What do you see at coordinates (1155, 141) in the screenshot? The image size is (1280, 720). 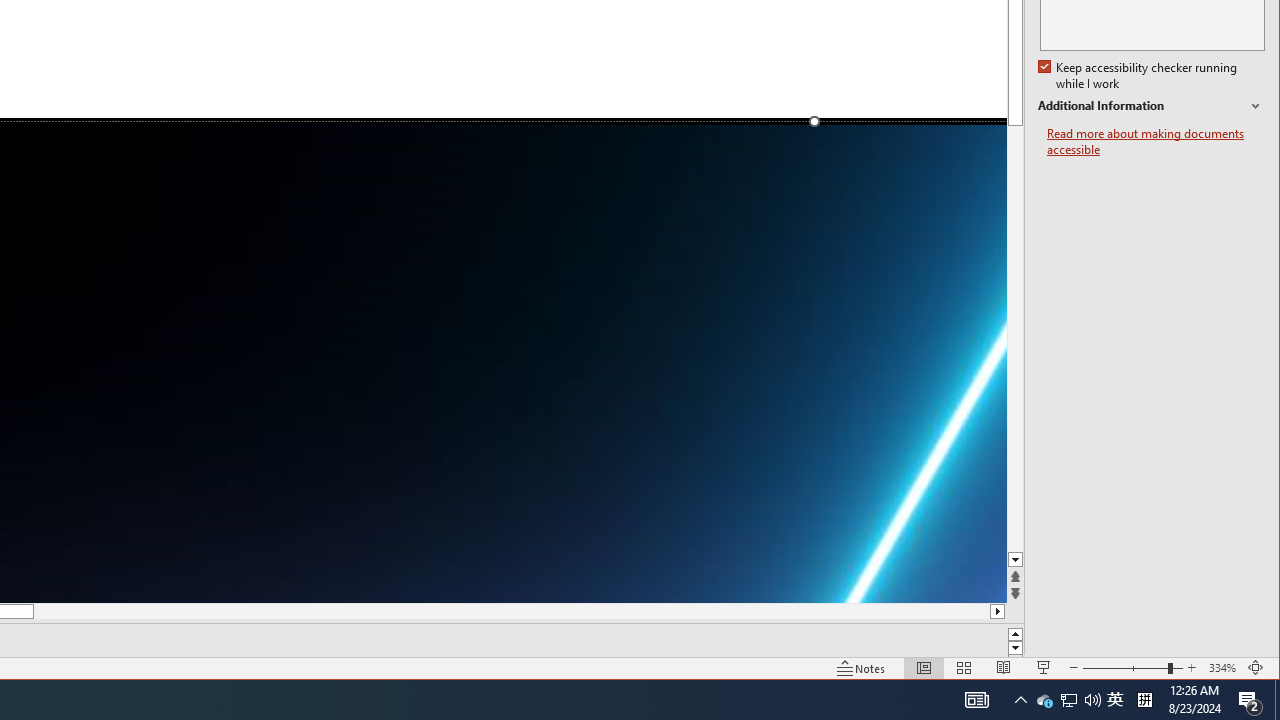 I see `'Read more about making documents accessible'` at bounding box center [1155, 141].